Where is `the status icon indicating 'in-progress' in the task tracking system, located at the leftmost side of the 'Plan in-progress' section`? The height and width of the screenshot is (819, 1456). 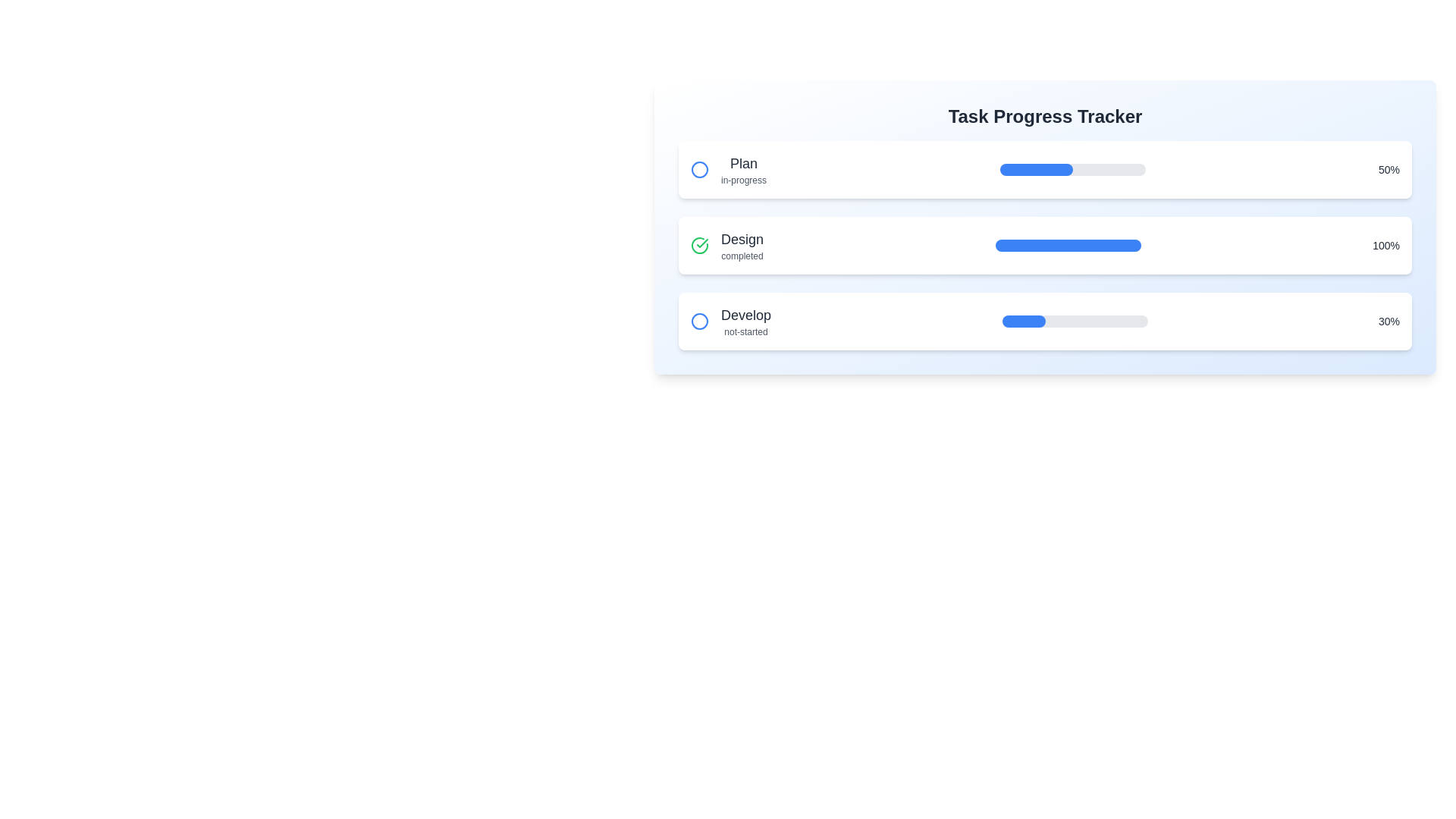 the status icon indicating 'in-progress' in the task tracking system, located at the leftmost side of the 'Plan in-progress' section is located at coordinates (698, 169).